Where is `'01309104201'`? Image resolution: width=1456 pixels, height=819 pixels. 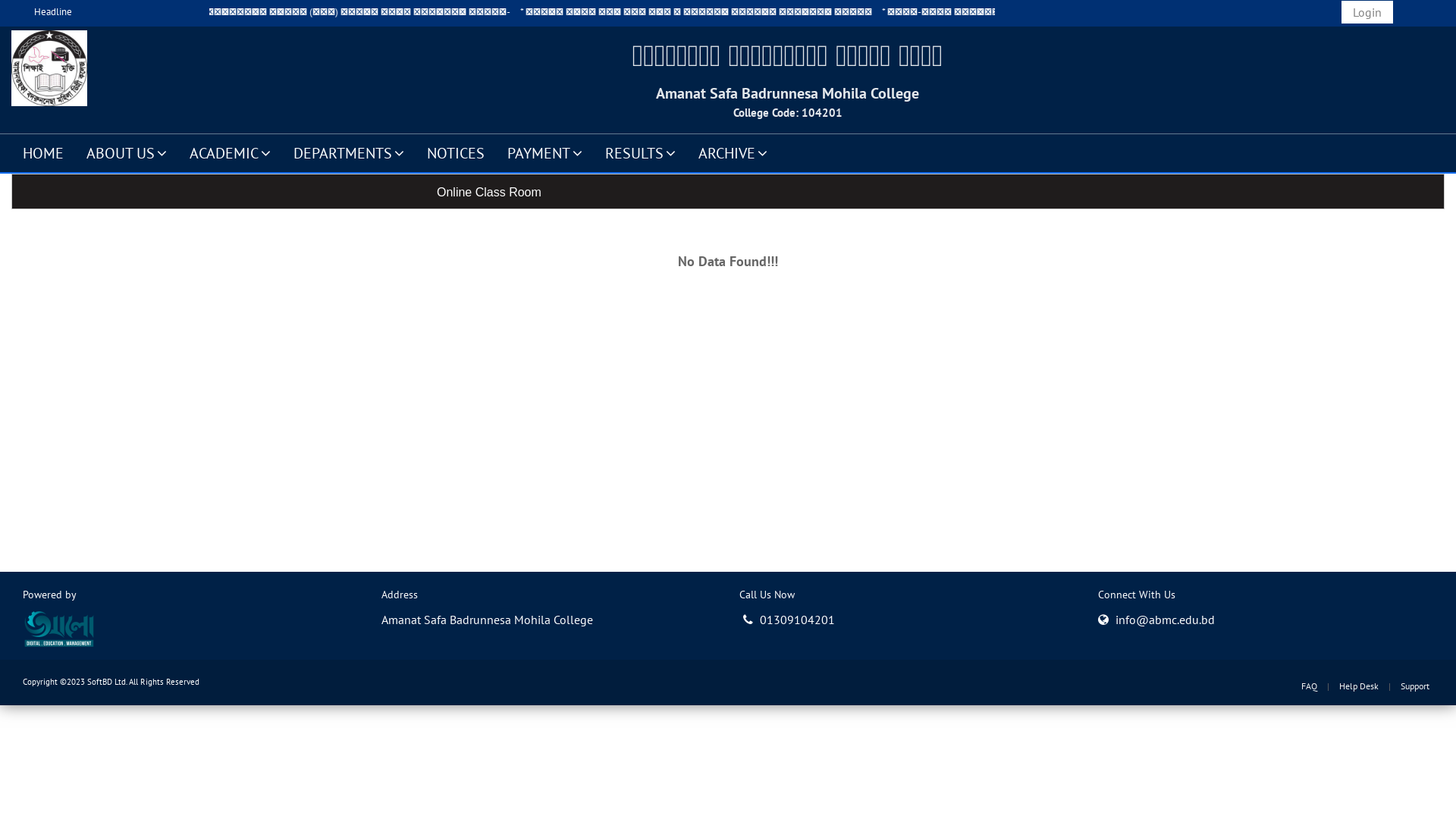 '01309104201' is located at coordinates (789, 619).